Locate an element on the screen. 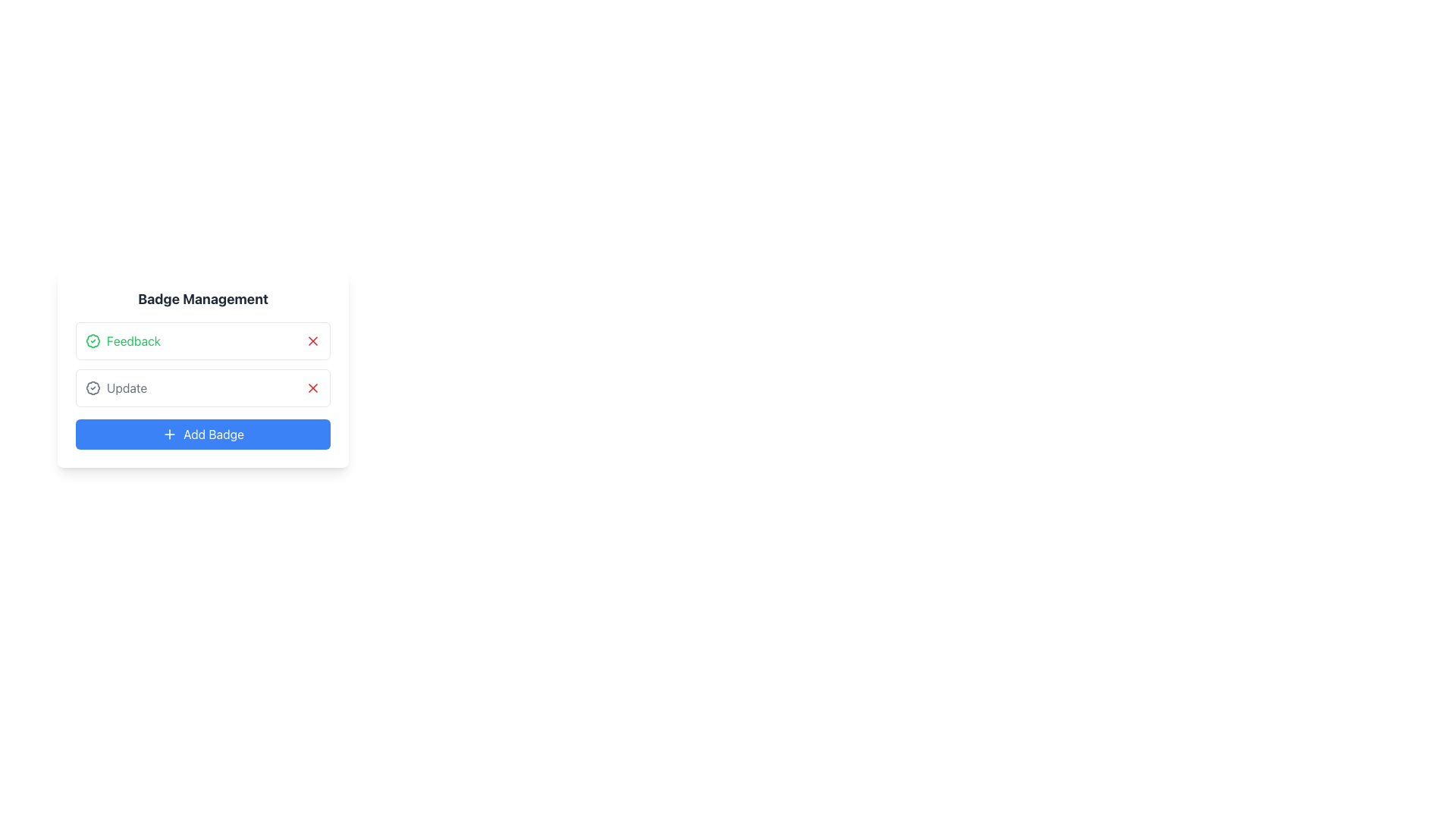 The width and height of the screenshot is (1456, 819). the 'Feedback' badge icon, which is the leftmost element in the Badge Management section, visually represented by a scalloped circle pattern is located at coordinates (93, 341).